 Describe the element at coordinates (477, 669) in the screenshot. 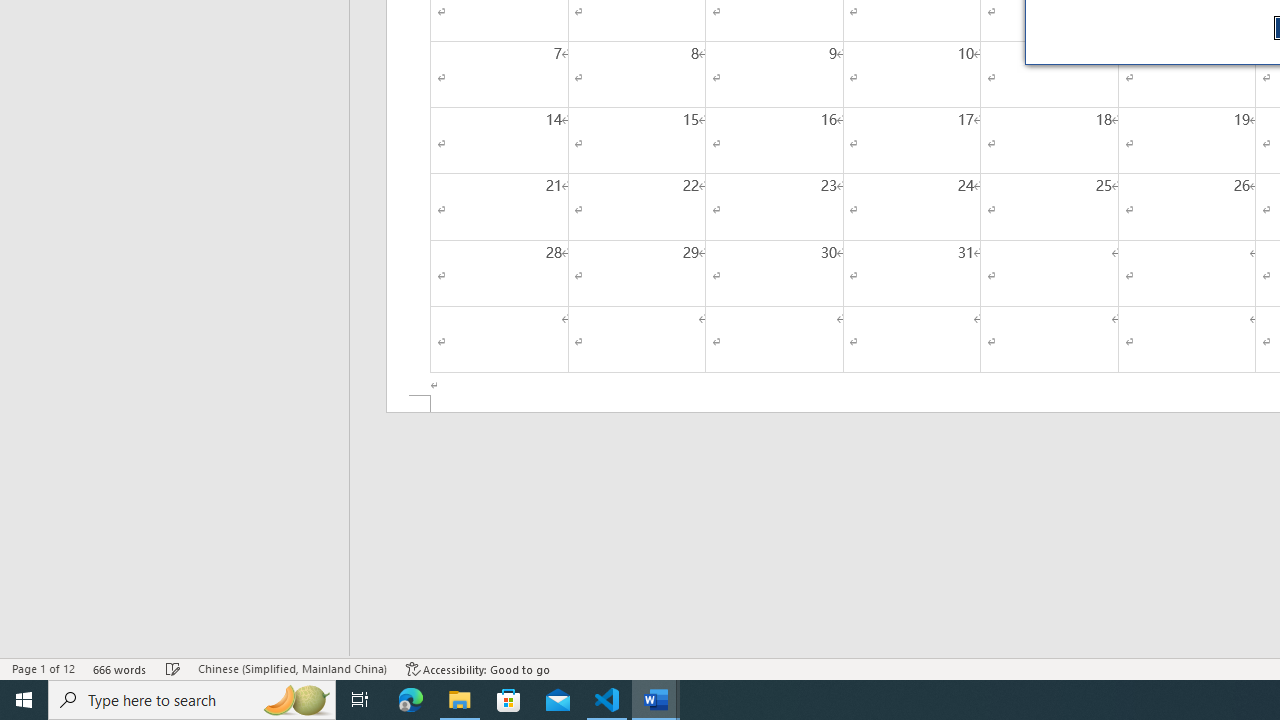

I see `'Accessibility Checker Accessibility: Good to go'` at that location.